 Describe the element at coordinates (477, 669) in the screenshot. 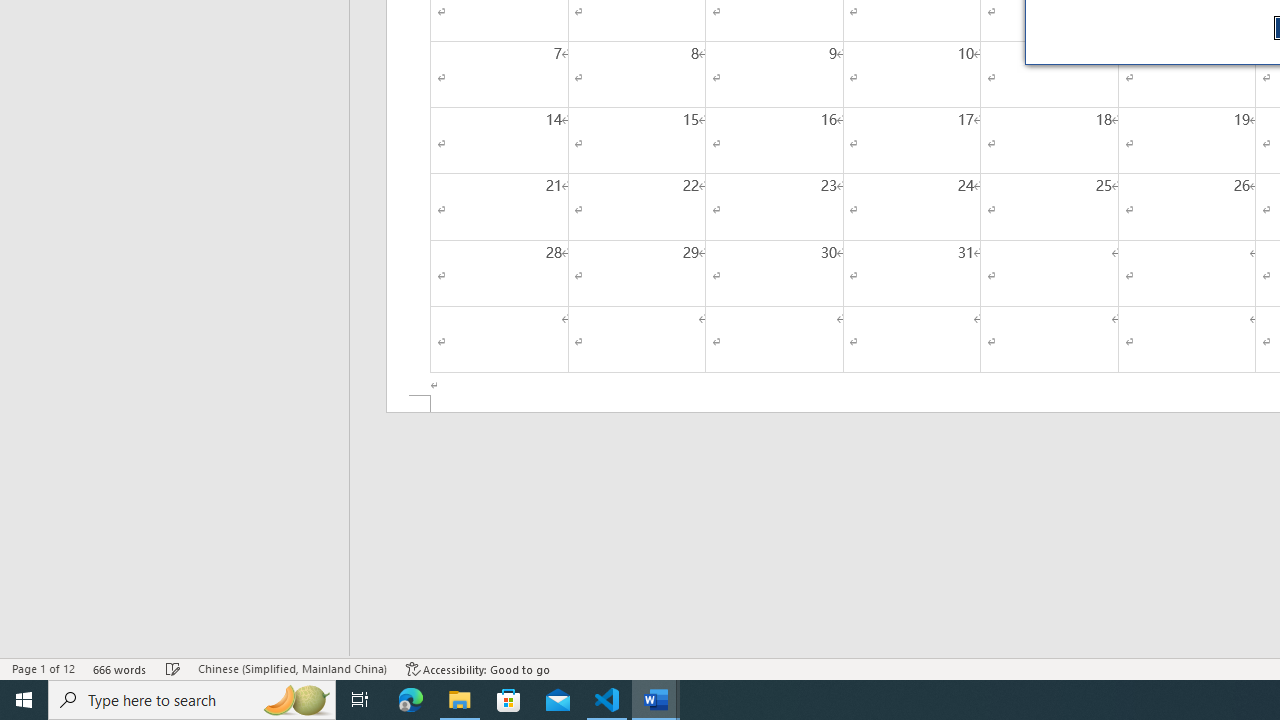

I see `'Accessibility Checker Accessibility: Good to go'` at that location.